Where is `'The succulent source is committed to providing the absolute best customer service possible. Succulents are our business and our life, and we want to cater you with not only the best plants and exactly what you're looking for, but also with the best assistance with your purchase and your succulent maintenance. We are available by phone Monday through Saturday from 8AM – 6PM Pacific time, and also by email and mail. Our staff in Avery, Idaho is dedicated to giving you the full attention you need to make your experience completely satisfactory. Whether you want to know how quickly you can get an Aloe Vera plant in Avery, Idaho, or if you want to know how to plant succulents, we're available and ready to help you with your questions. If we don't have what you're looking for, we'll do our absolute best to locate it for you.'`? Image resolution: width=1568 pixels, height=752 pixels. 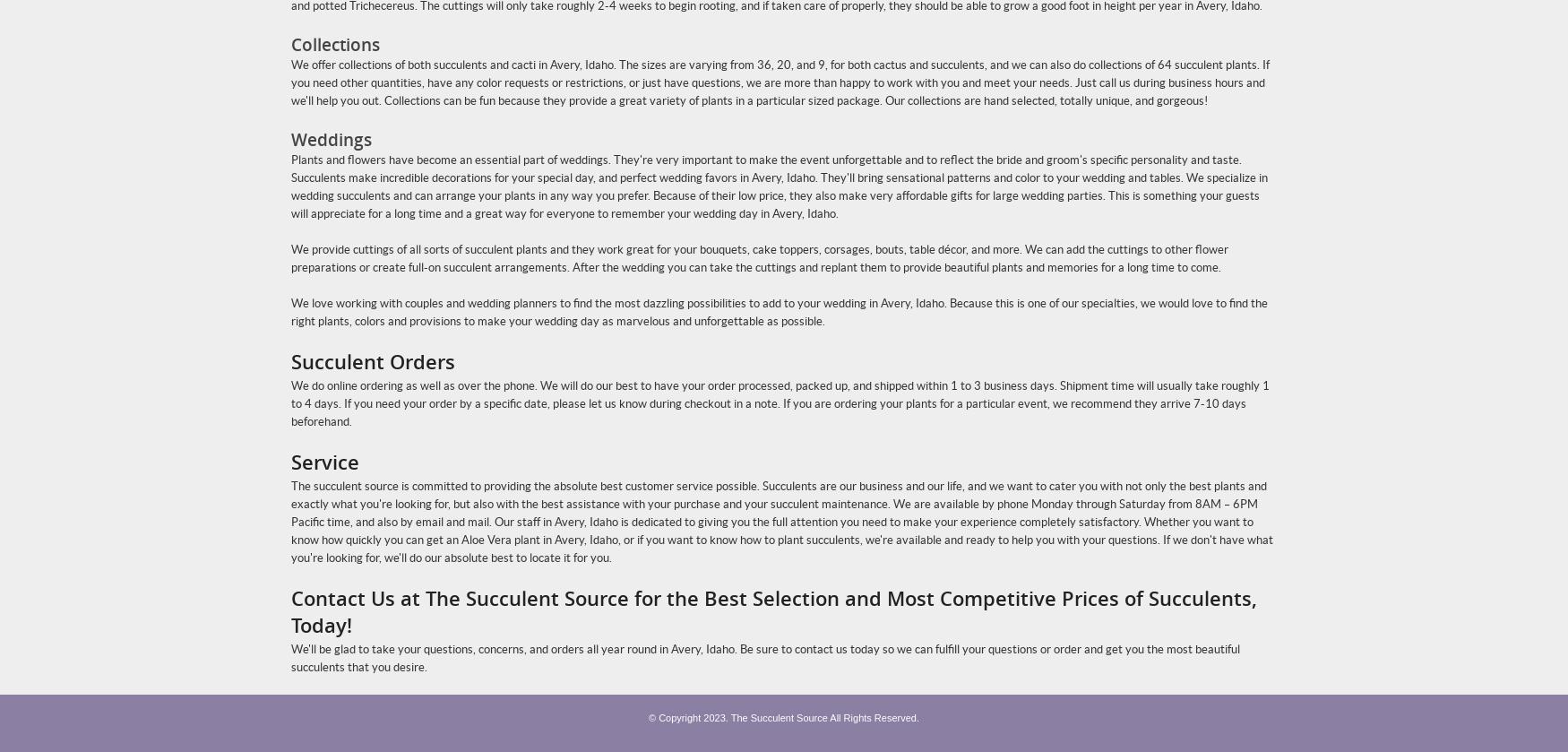
'The succulent source is committed to providing the absolute best customer service possible. Succulents are our business and our life, and we want to cater you with not only the best plants and exactly what you're looking for, but also with the best assistance with your purchase and your succulent maintenance. We are available by phone Monday through Saturday from 8AM – 6PM Pacific time, and also by email and mail. Our staff in Avery, Idaho is dedicated to giving you the full attention you need to make your experience completely satisfactory. Whether you want to know how quickly you can get an Aloe Vera plant in Avery, Idaho, or if you want to know how to plant succulents, we're available and ready to help you with your questions. If we don't have what you're looking for, we'll do our absolute best to locate it for you.' is located at coordinates (782, 521).